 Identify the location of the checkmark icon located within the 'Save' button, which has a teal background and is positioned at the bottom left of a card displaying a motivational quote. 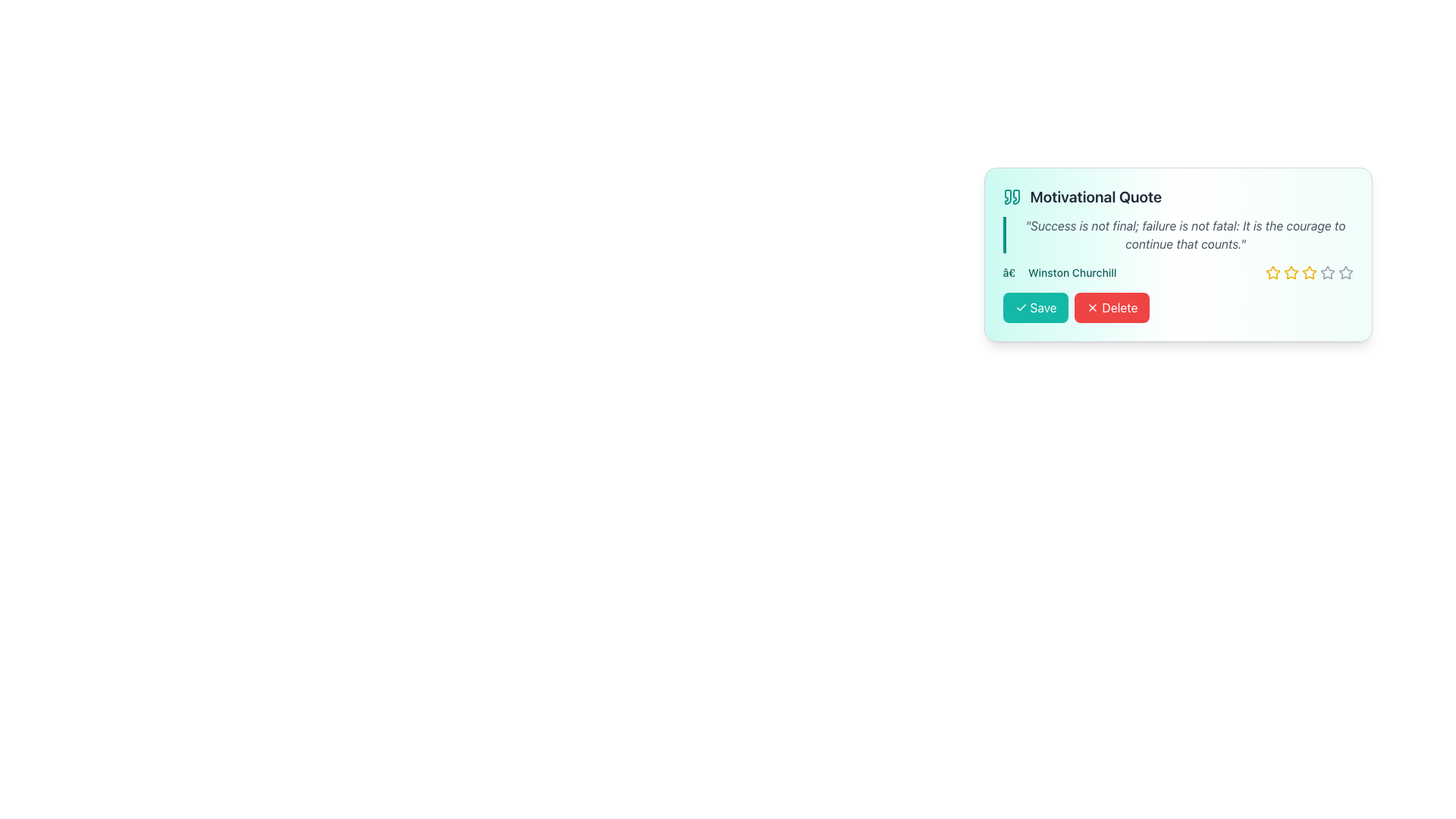
(1021, 307).